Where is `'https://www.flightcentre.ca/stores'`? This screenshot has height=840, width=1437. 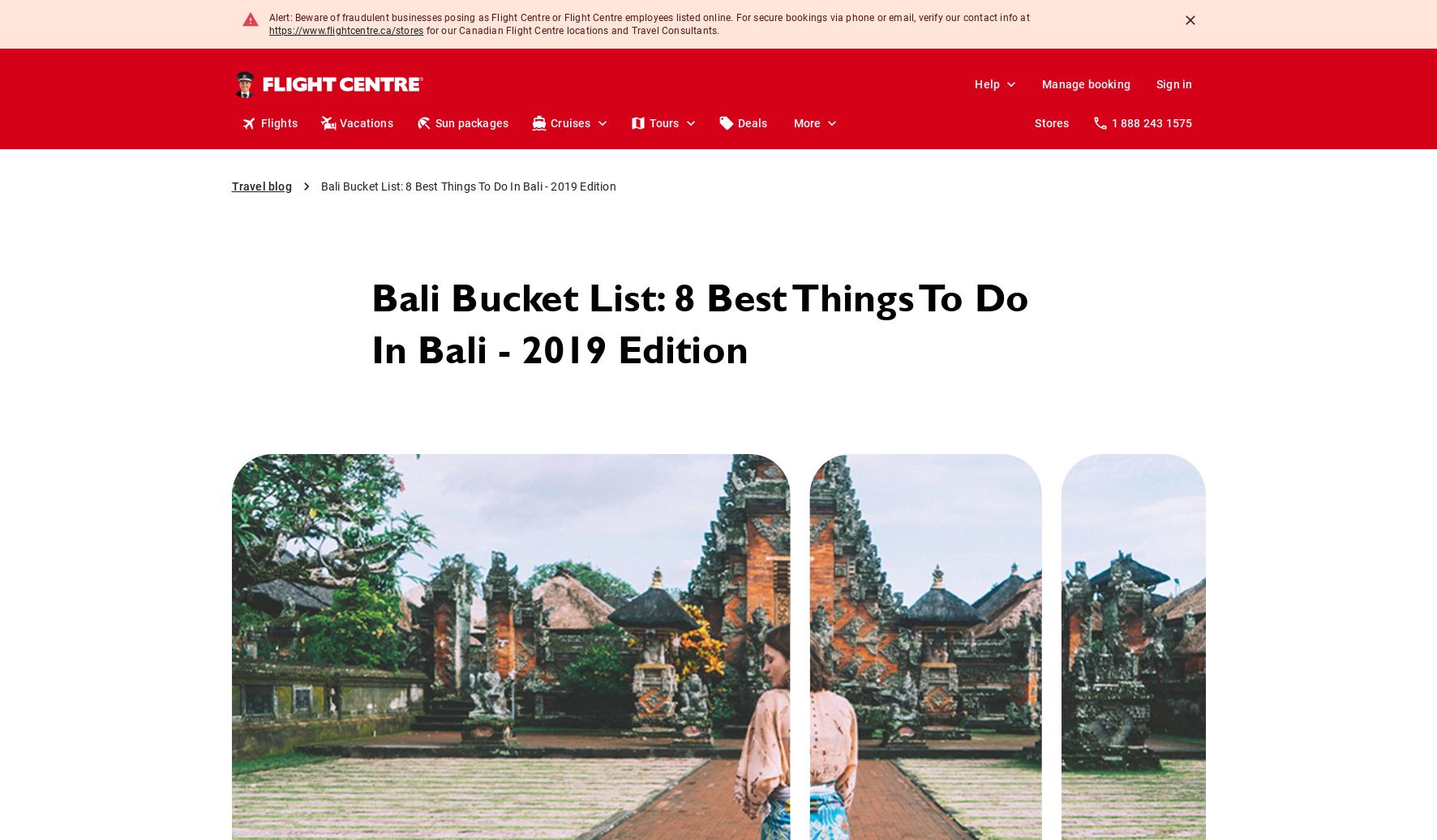
'https://www.flightcentre.ca/stores' is located at coordinates (268, 31).